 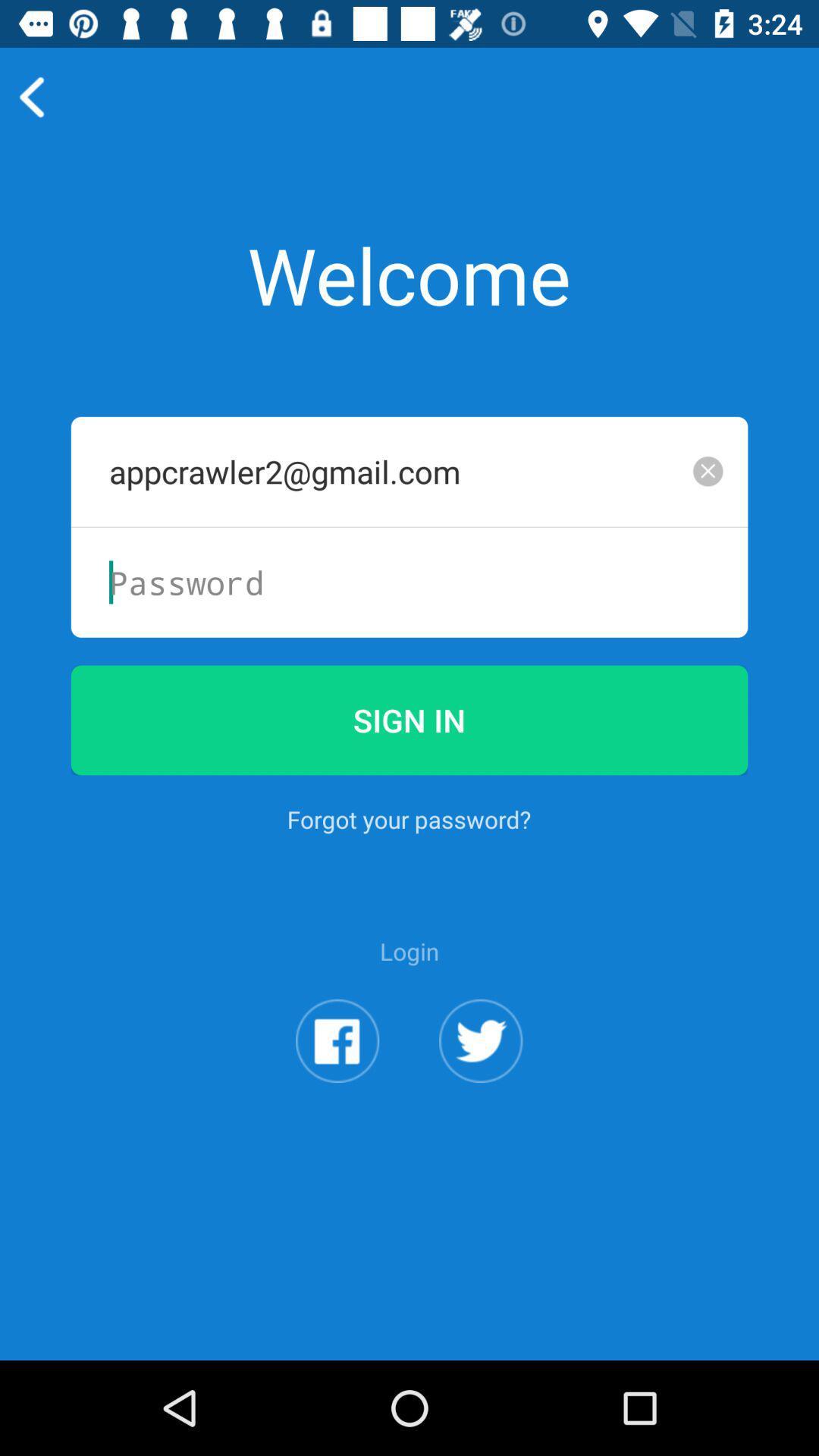 What do you see at coordinates (337, 1114) in the screenshot?
I see `the facebook icon` at bounding box center [337, 1114].